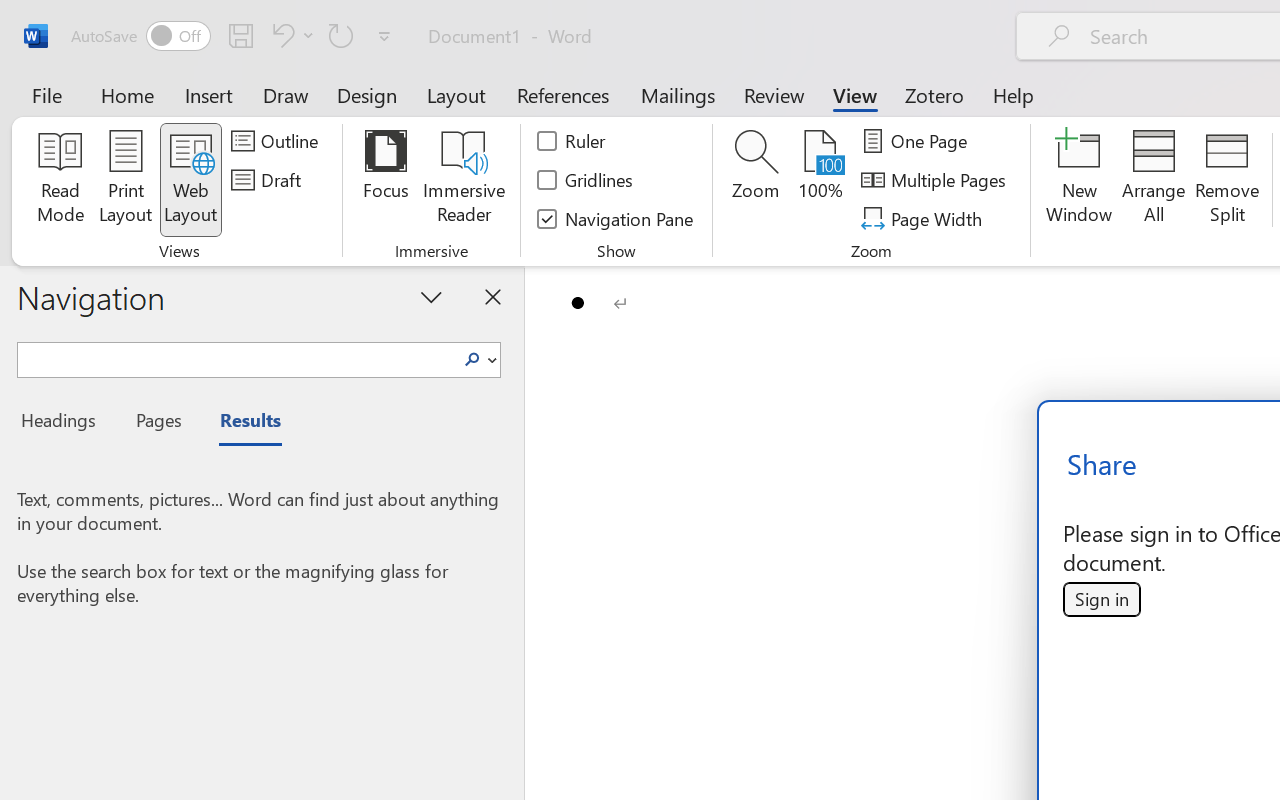  What do you see at coordinates (463, 179) in the screenshot?
I see `'Immersive Reader'` at bounding box center [463, 179].